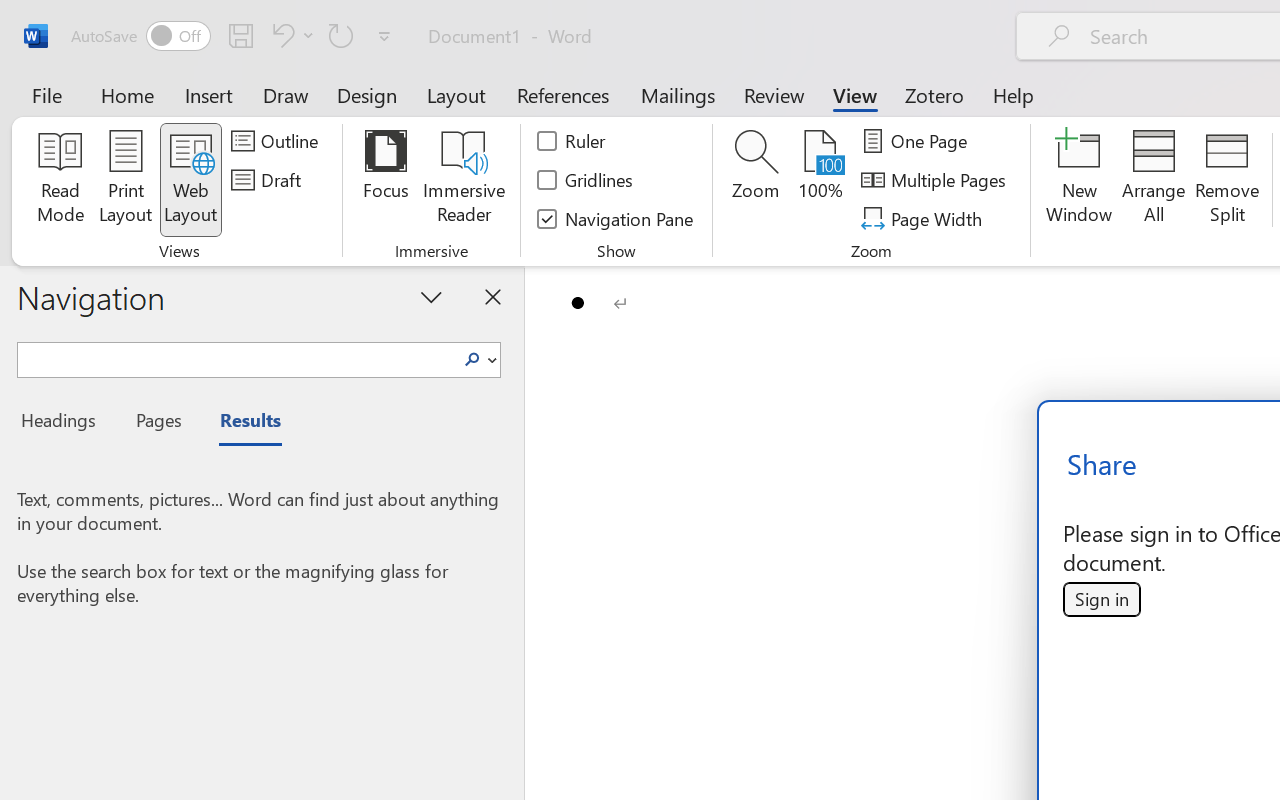  What do you see at coordinates (463, 179) in the screenshot?
I see `'Immersive Reader'` at bounding box center [463, 179].